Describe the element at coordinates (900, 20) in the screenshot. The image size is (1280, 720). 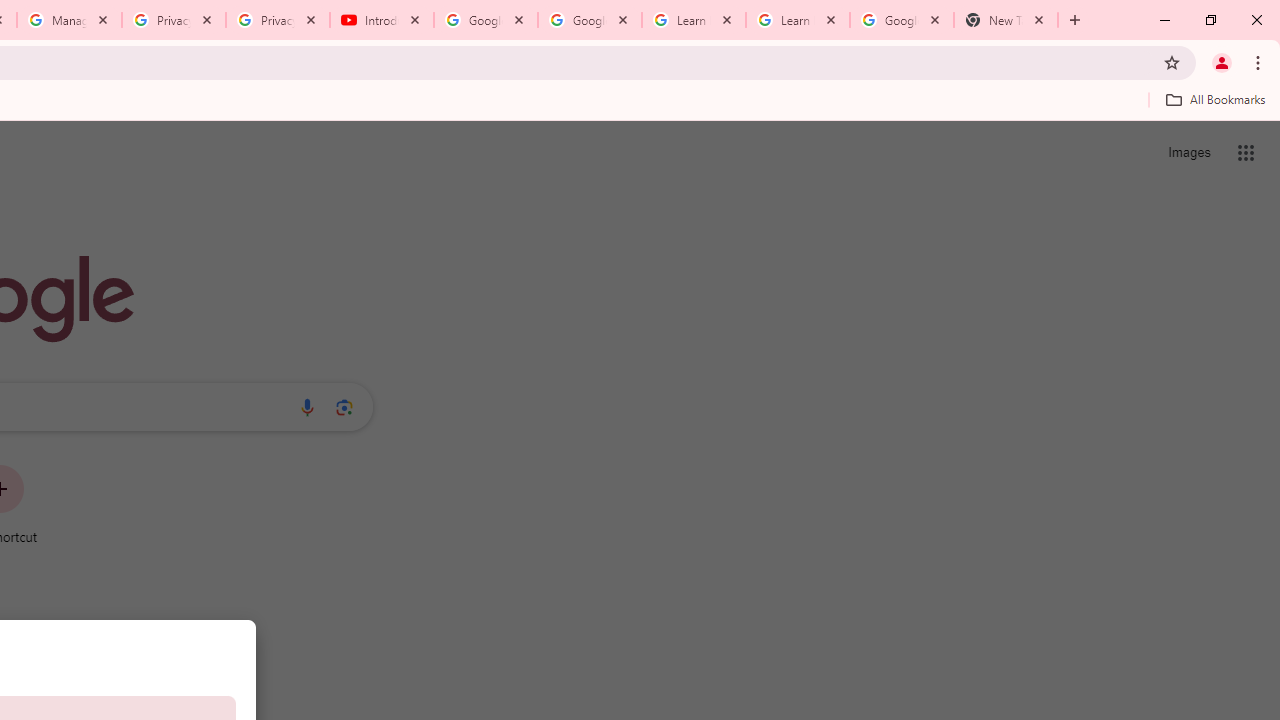
I see `'Google Account'` at that location.